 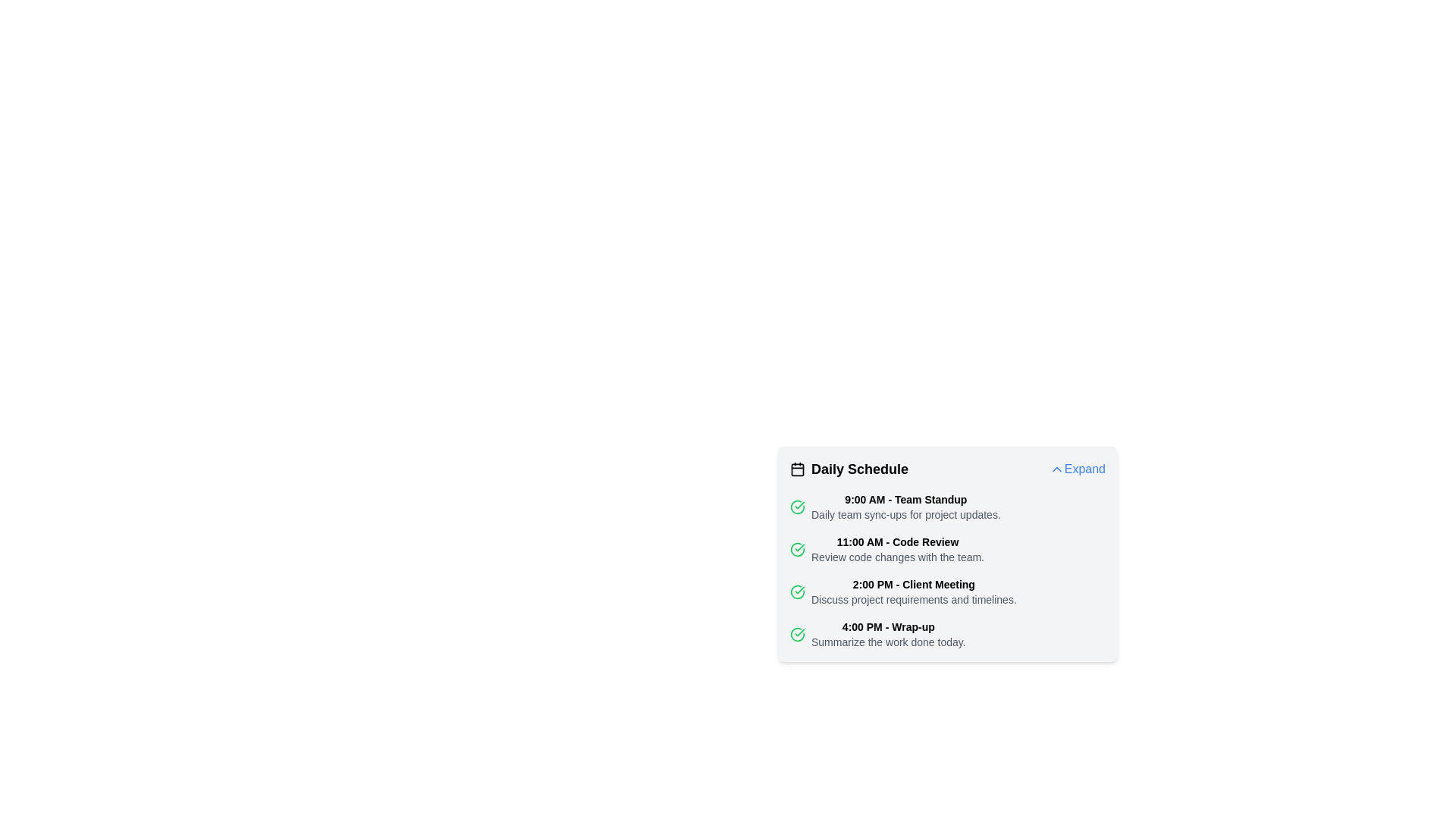 What do you see at coordinates (859, 468) in the screenshot?
I see `the 'Daily Schedule' text label that is bold and large, located near the top of the schedule widget, and positioned to the right of a calendar icon` at bounding box center [859, 468].